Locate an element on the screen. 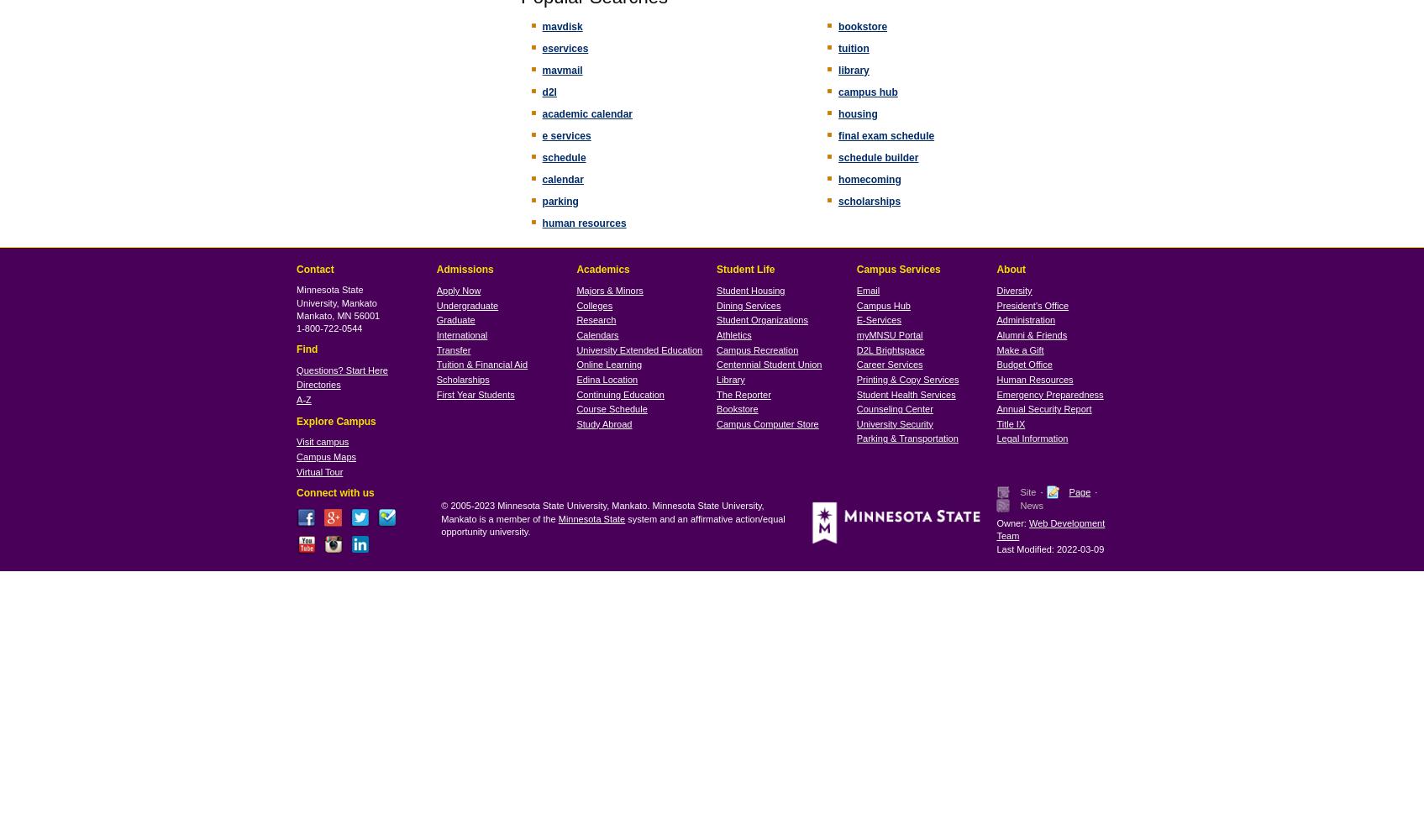  'schedule' is located at coordinates (564, 157).